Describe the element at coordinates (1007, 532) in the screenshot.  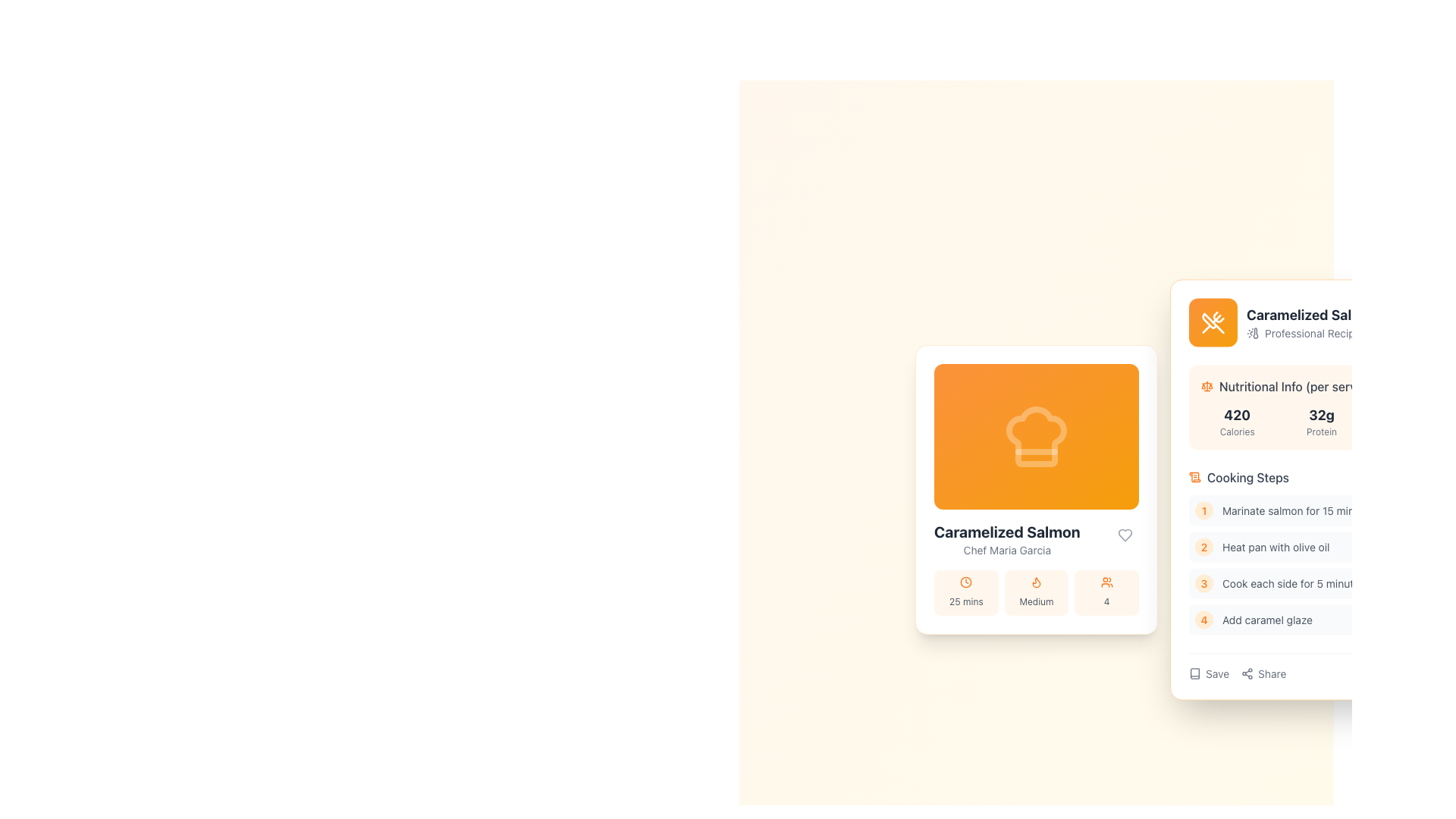
I see `the bold text 'Caramelized Salmon' which is located within a card-like UI design, positioned below an orange chef hat icon and above 'Chef Maria Garcia'` at that location.